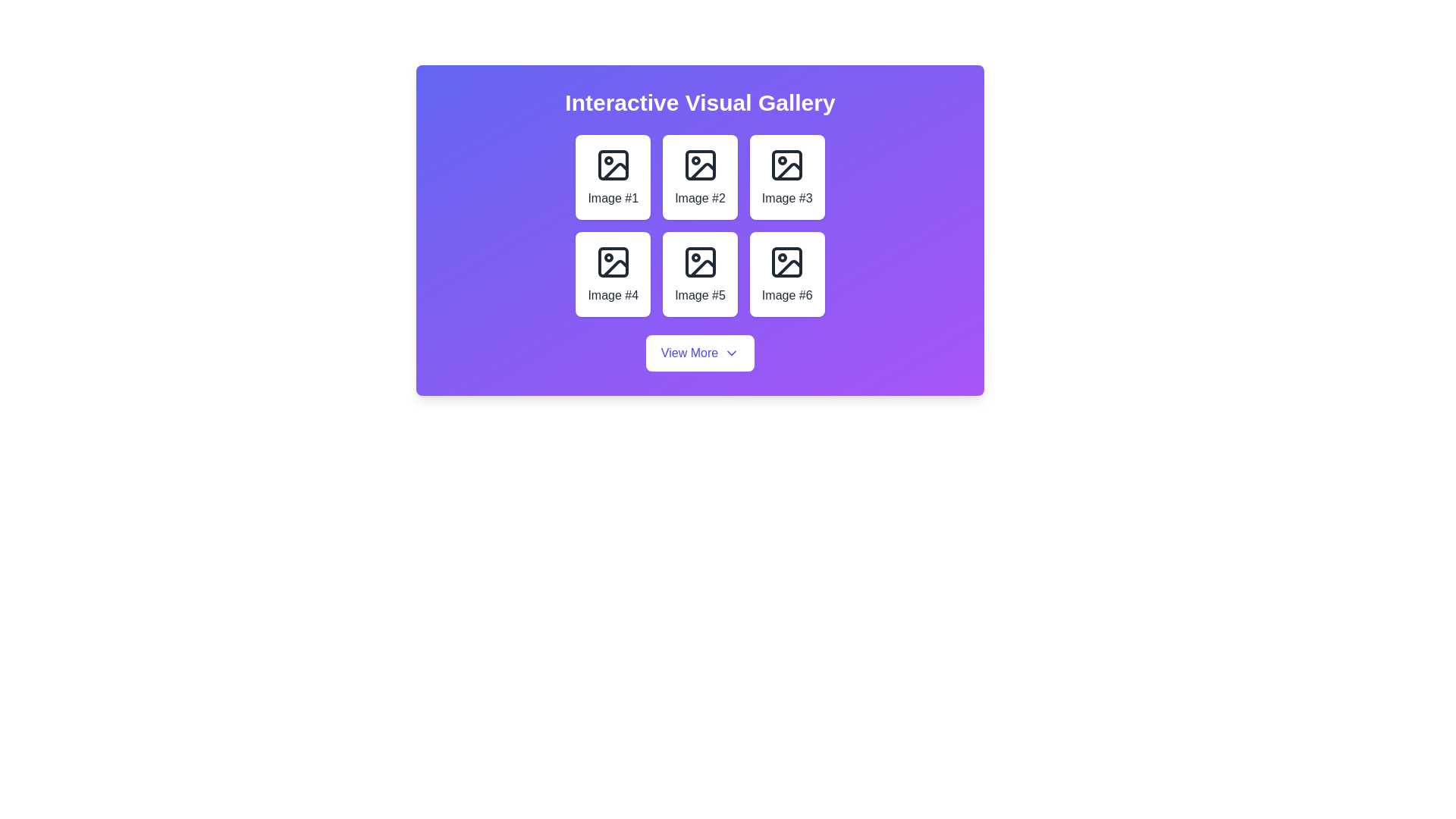  I want to click on the Icon graphical component that represents the imagery or photo-related content in the top row, middle column of the gallery grid, so click(699, 165).